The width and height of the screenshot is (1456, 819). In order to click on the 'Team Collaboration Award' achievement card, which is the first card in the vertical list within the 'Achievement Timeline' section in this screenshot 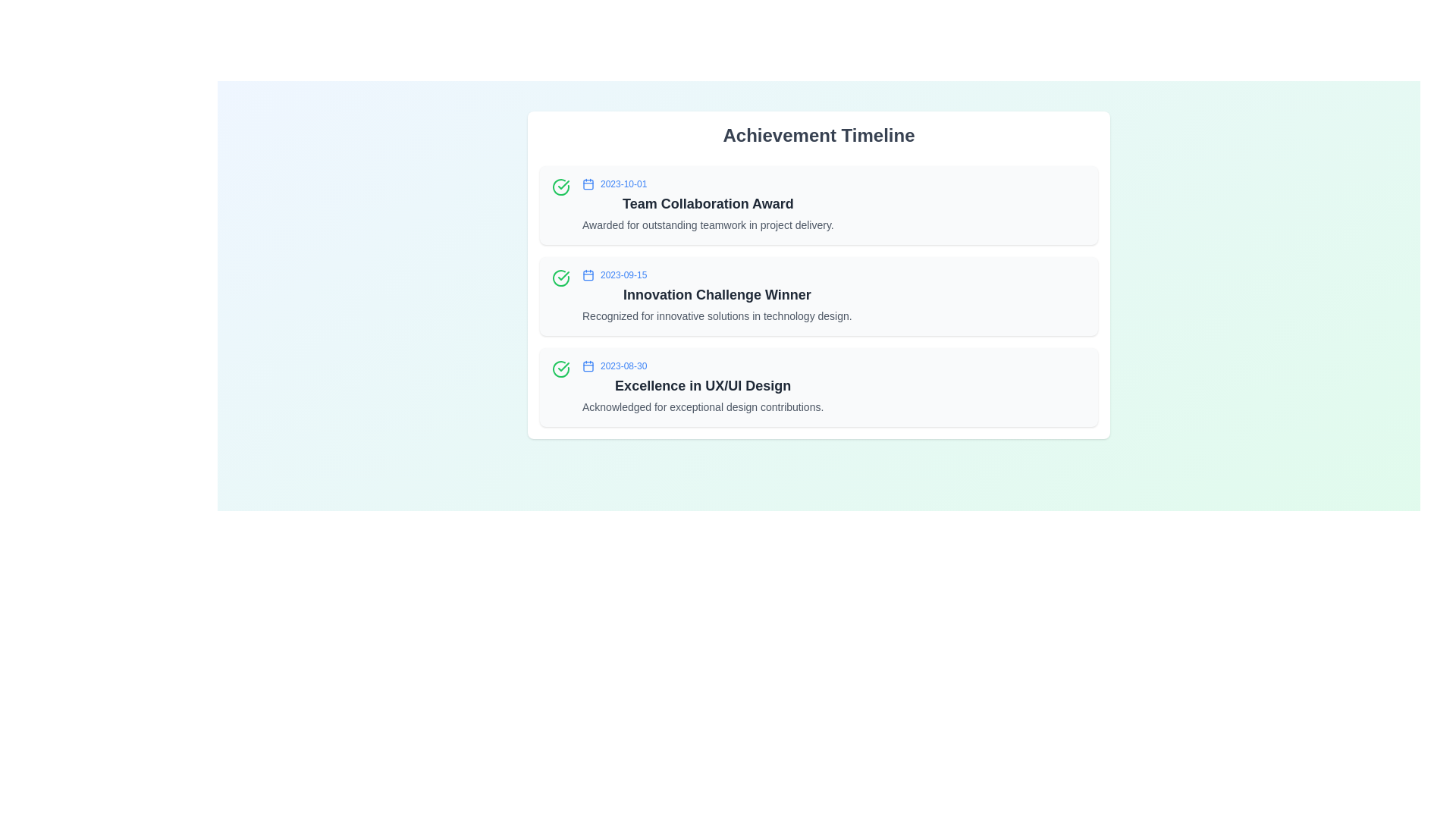, I will do `click(818, 205)`.